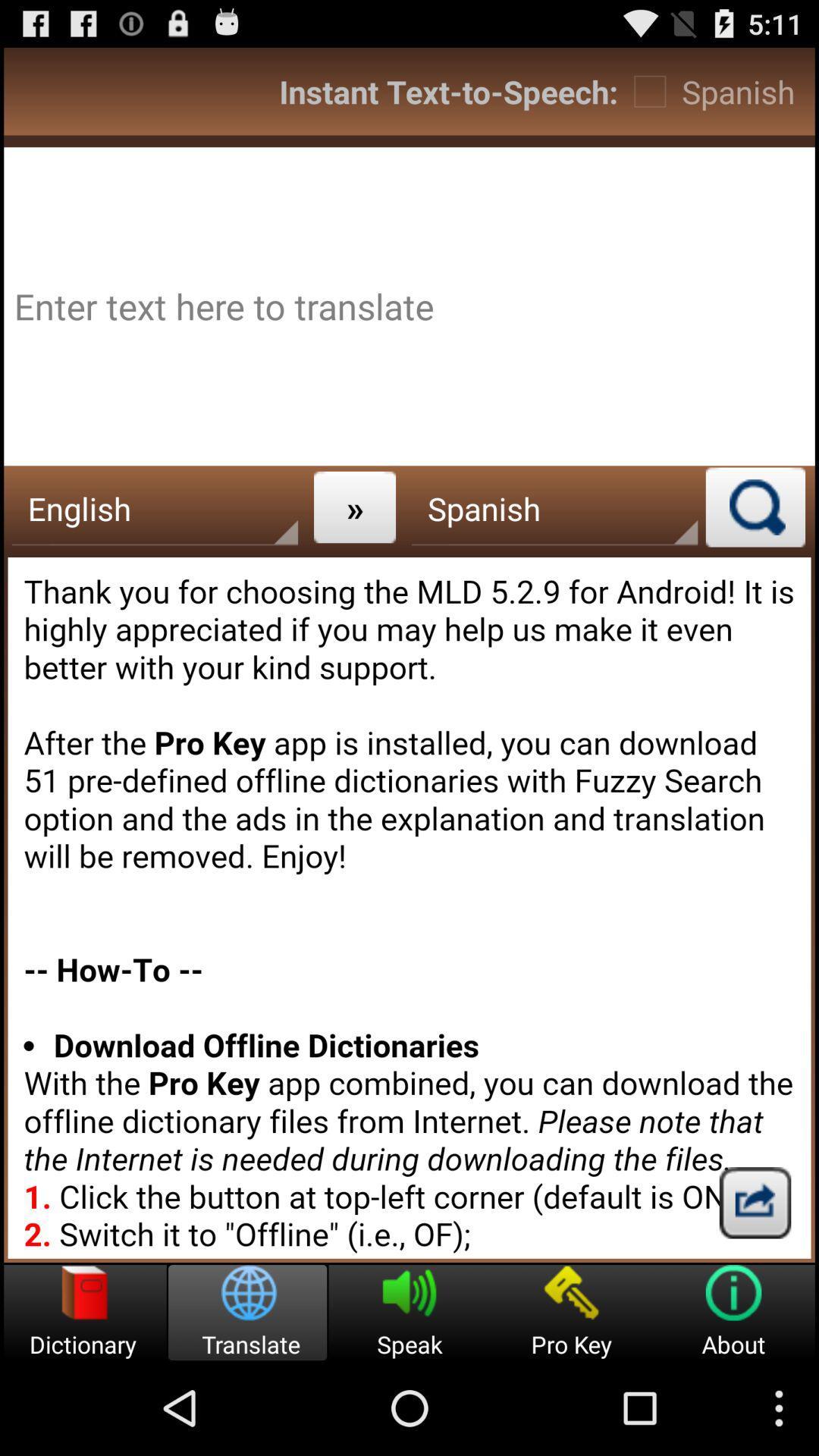 The width and height of the screenshot is (819, 1456). Describe the element at coordinates (755, 507) in the screenshot. I see `search bar` at that location.